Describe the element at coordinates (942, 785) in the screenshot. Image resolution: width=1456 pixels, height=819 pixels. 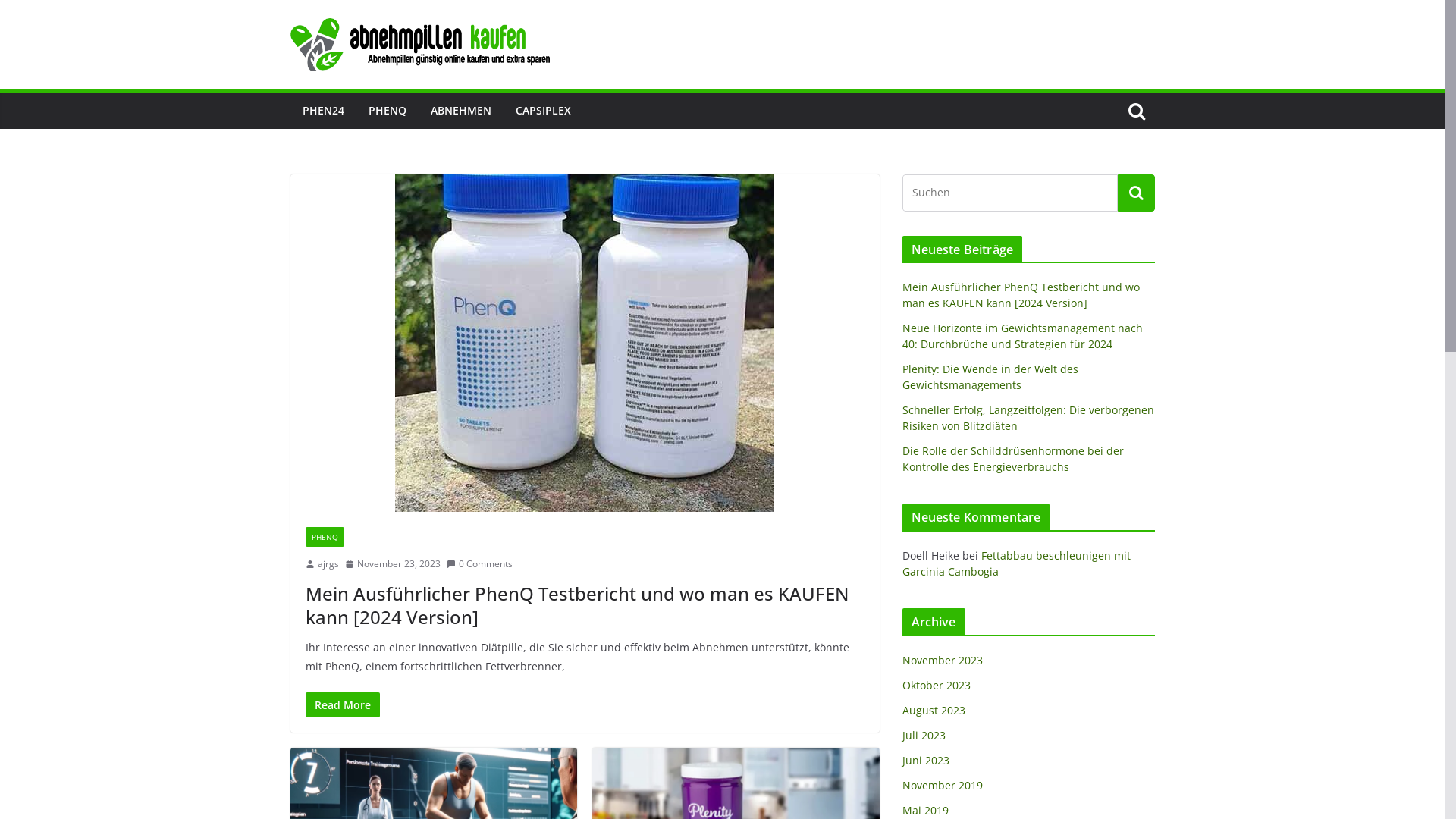
I see `'November 2019'` at that location.